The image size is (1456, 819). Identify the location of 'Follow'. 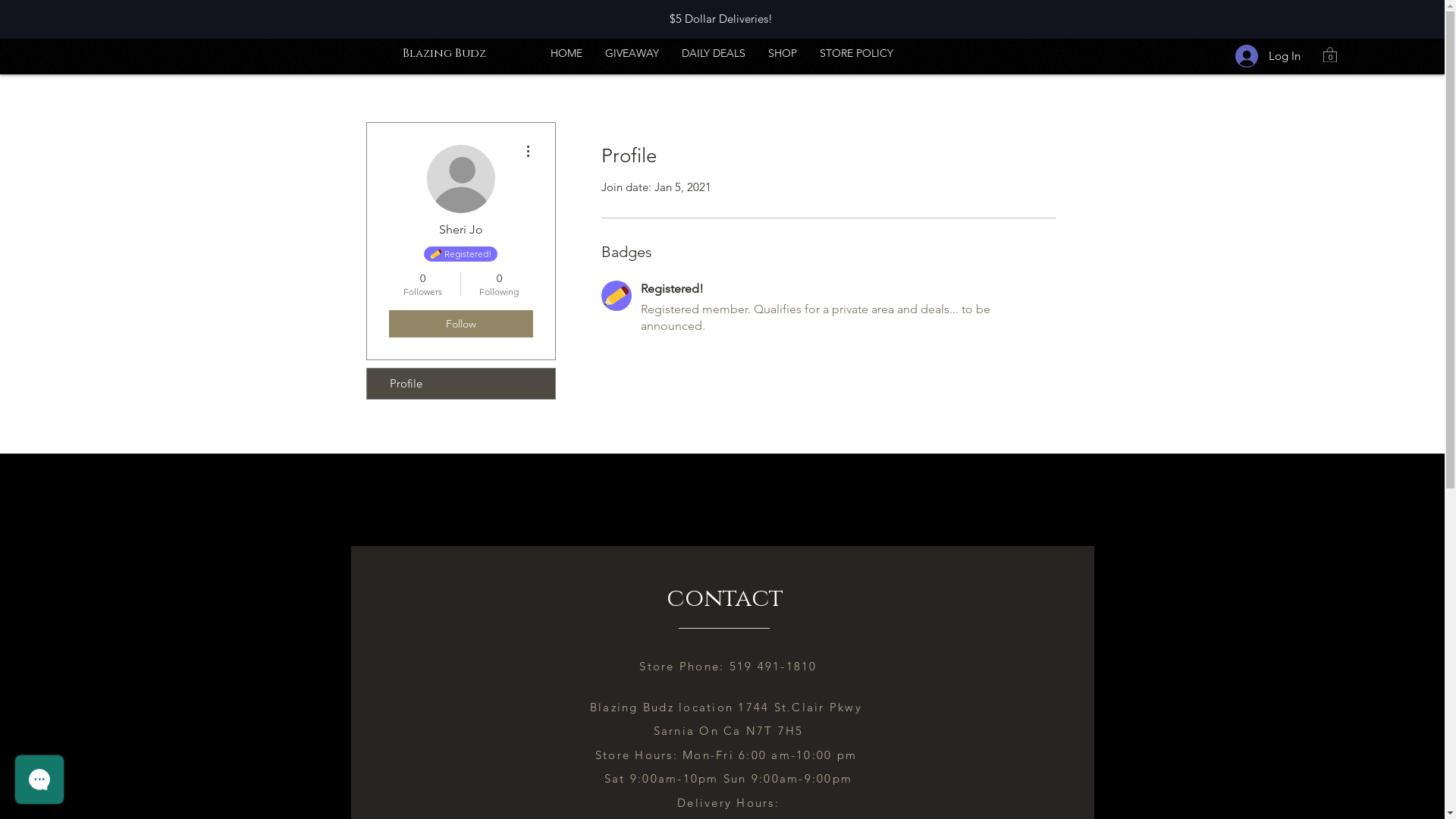
(459, 323).